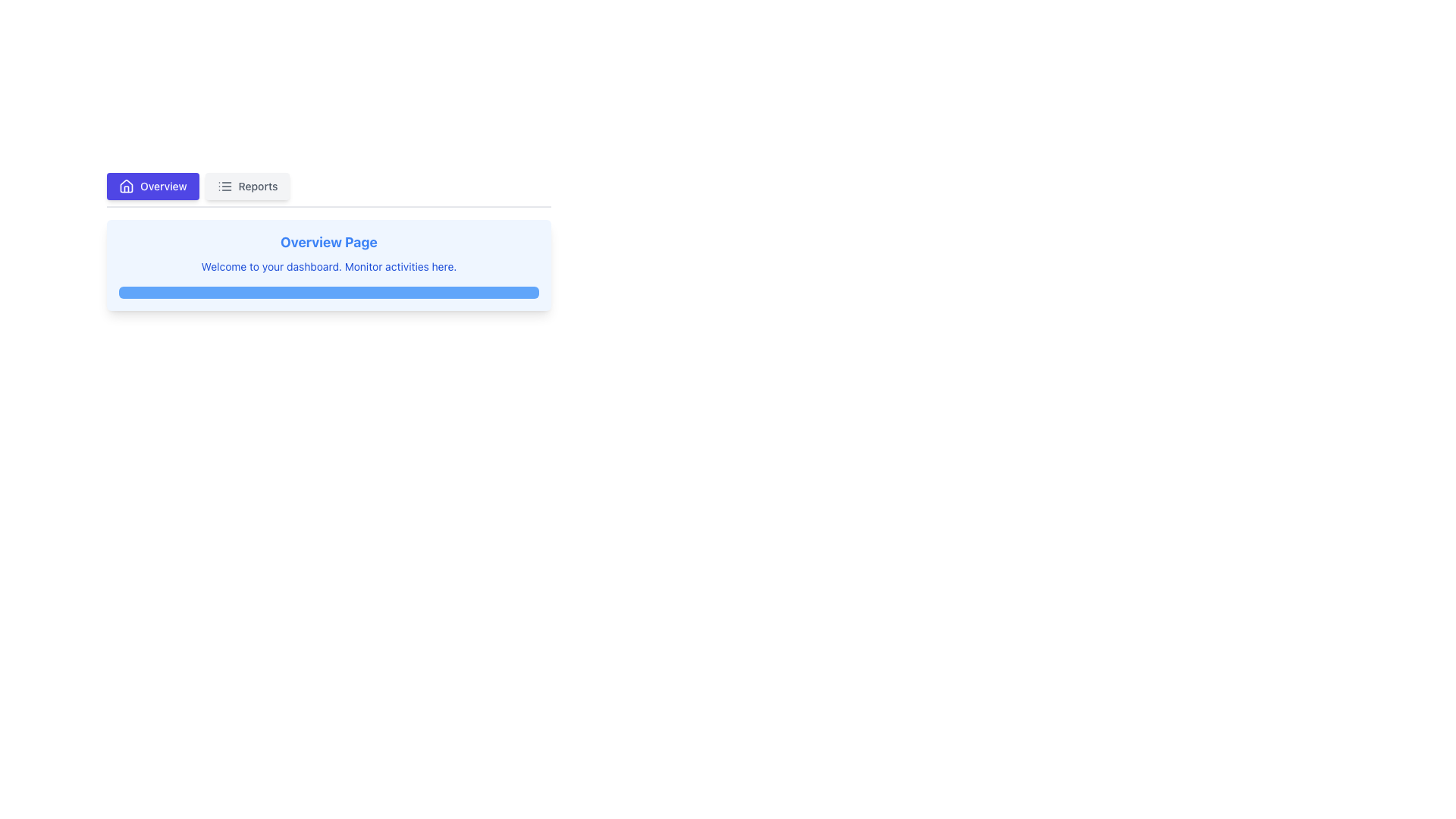 This screenshot has height=819, width=1456. Describe the element at coordinates (258, 186) in the screenshot. I see `the 'Reports' text label, which is styled with a medium font weight and gray color, located next to an icon in the top middle section of the interface` at that location.